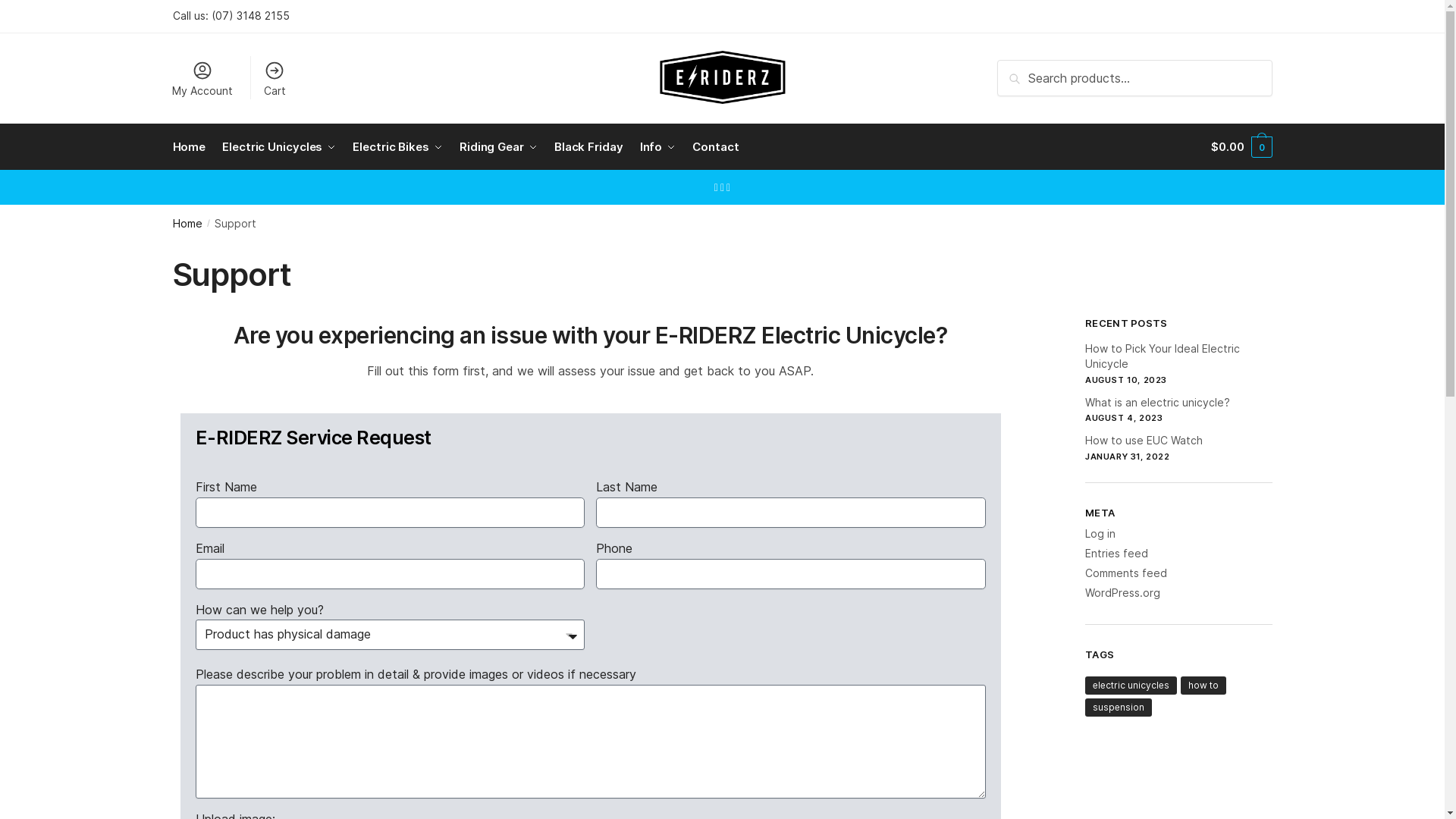 The width and height of the screenshot is (1456, 819). I want to click on 'suspension', so click(1118, 708).